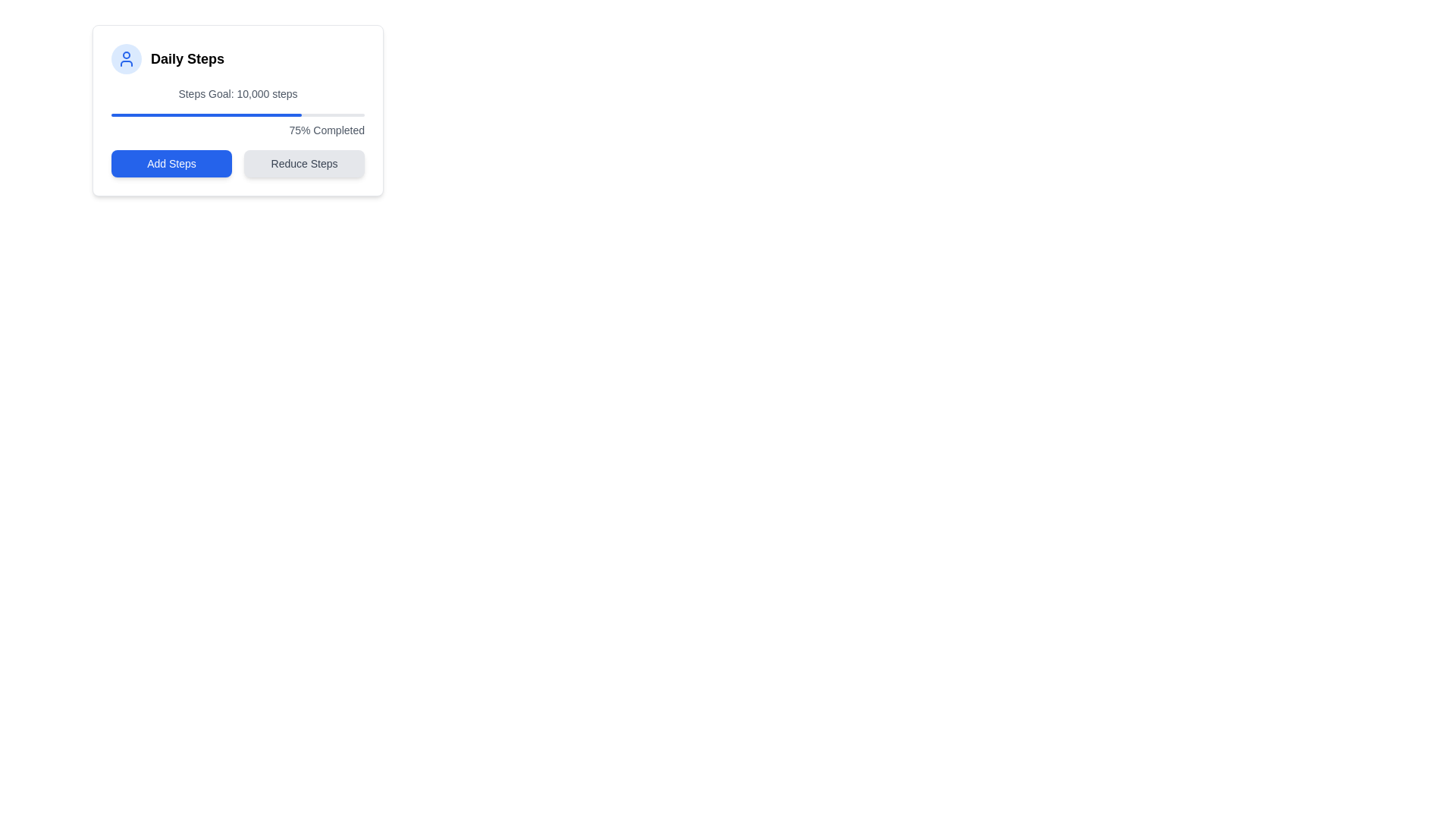 This screenshot has height=819, width=1456. Describe the element at coordinates (206, 114) in the screenshot. I see `the Progress Indicator that visualizes 75% completion of the steps goal, positioned below the 'Steps Goal: 10,000 steps' label and above the 'Add Steps' and 'Reduce Steps' buttons` at that location.